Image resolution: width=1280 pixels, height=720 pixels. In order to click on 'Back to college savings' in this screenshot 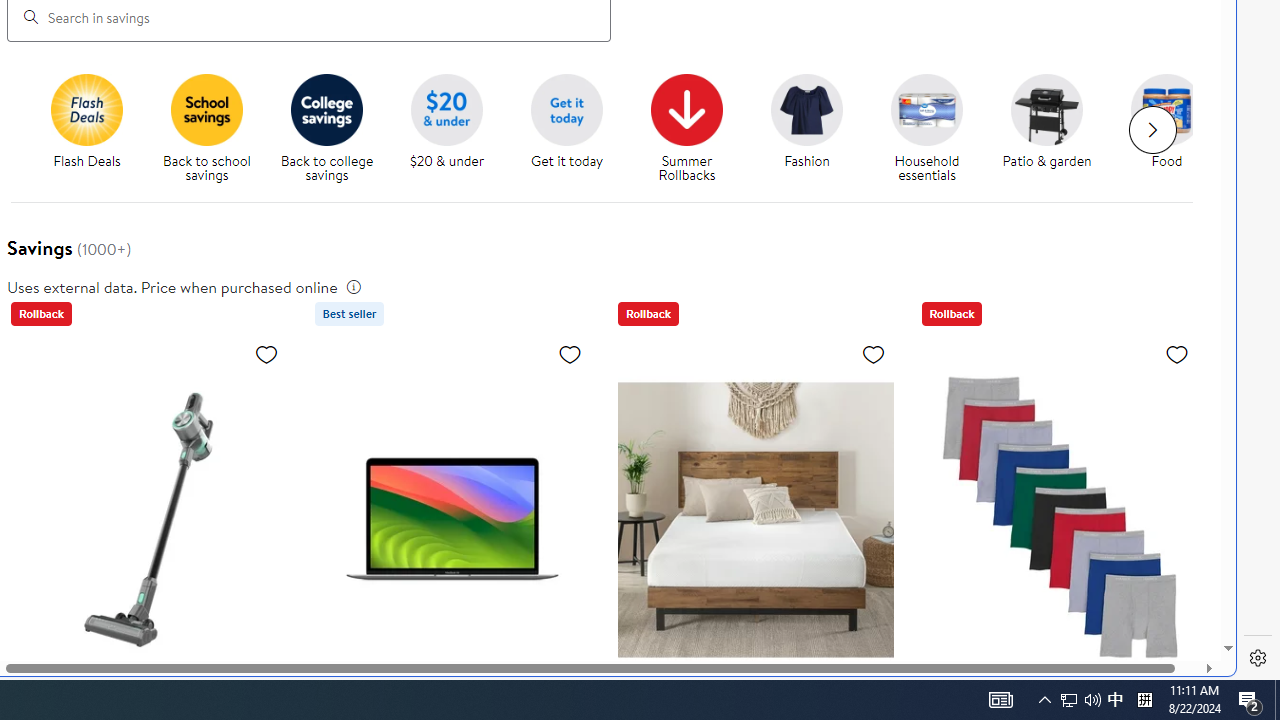, I will do `click(335, 129)`.